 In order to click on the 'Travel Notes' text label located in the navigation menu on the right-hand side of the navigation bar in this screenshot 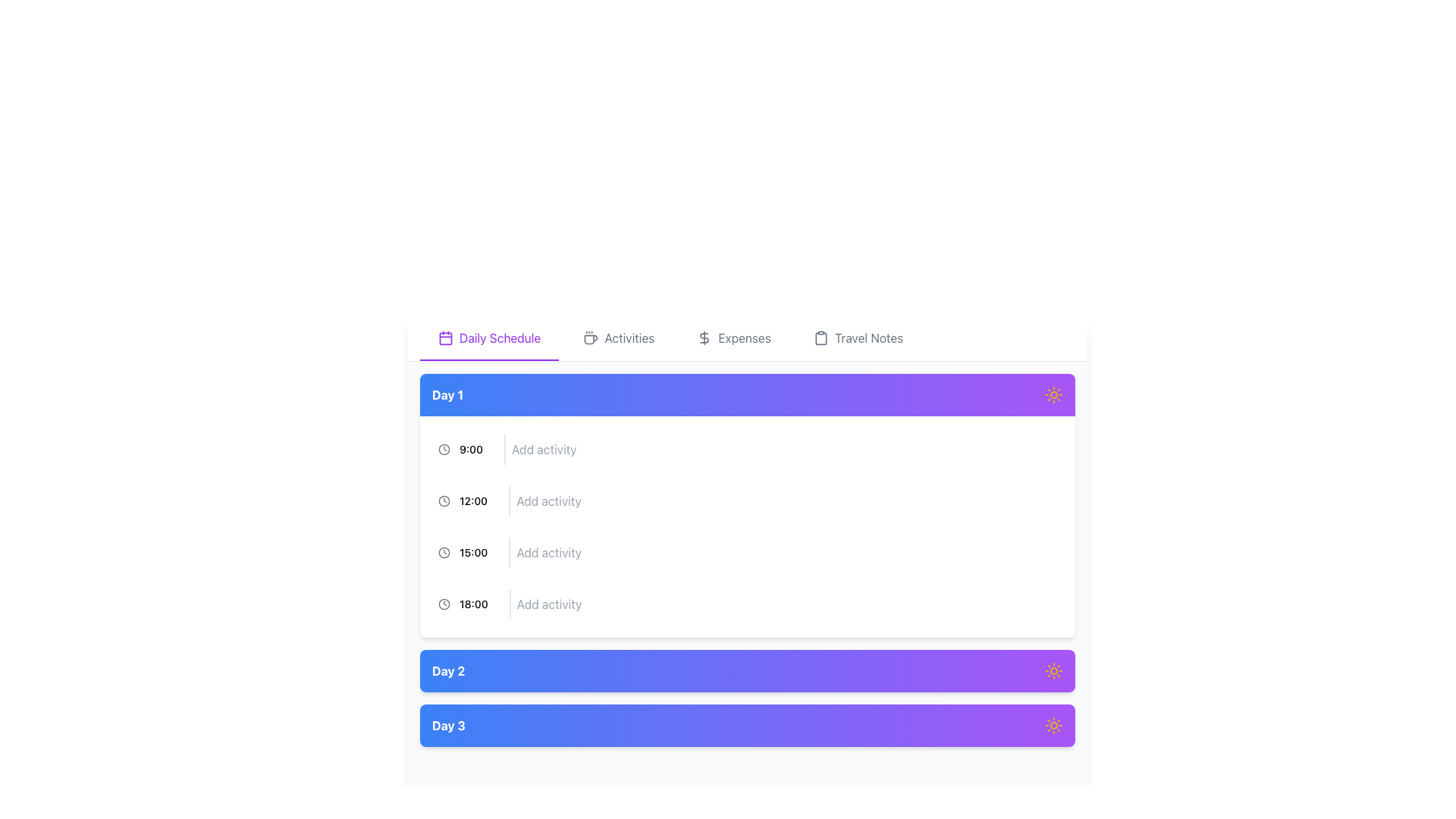, I will do `click(869, 337)`.